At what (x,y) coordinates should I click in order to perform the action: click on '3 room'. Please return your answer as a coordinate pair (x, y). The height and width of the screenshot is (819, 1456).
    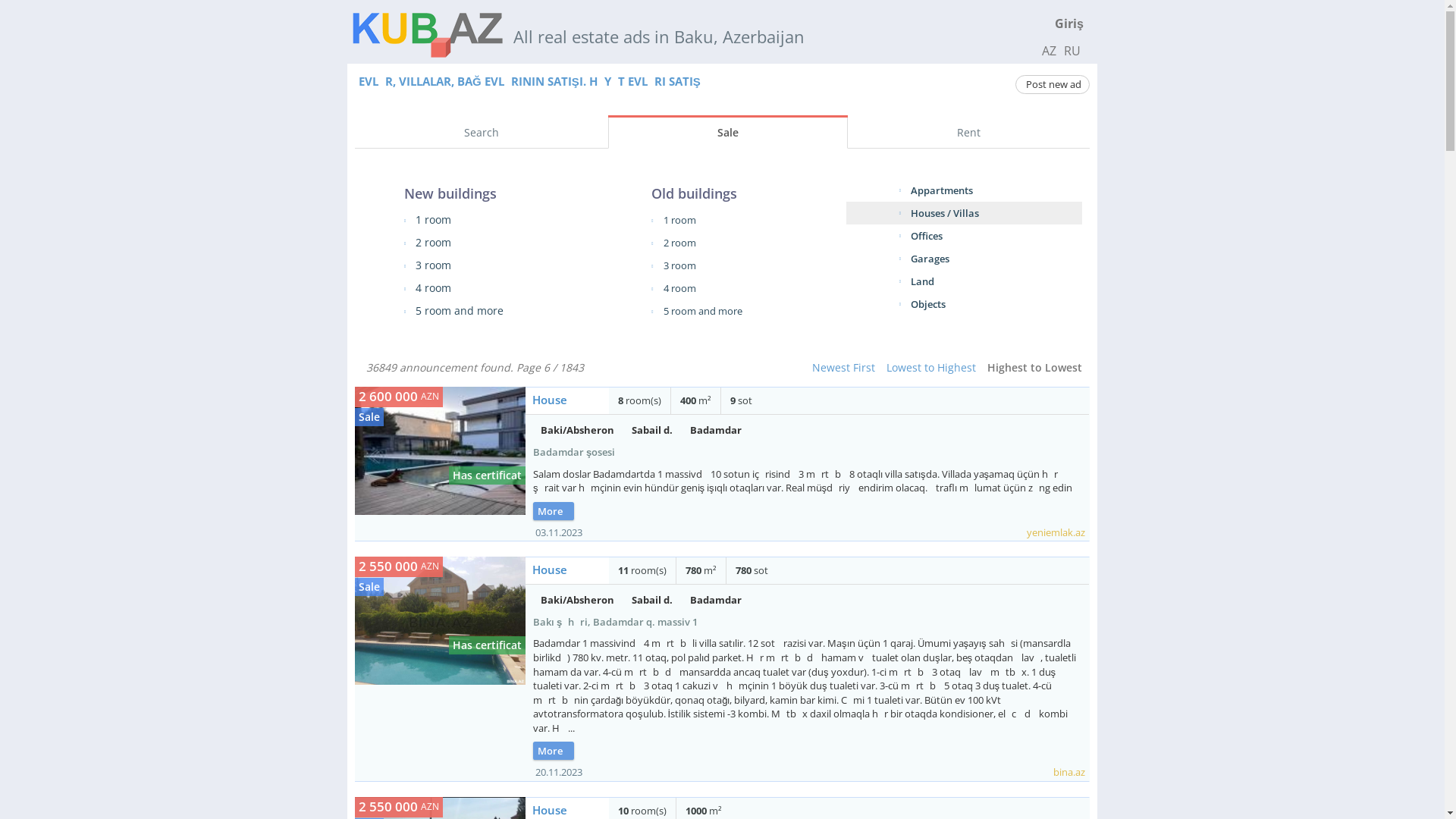
    Looking at the image, I should click on (432, 264).